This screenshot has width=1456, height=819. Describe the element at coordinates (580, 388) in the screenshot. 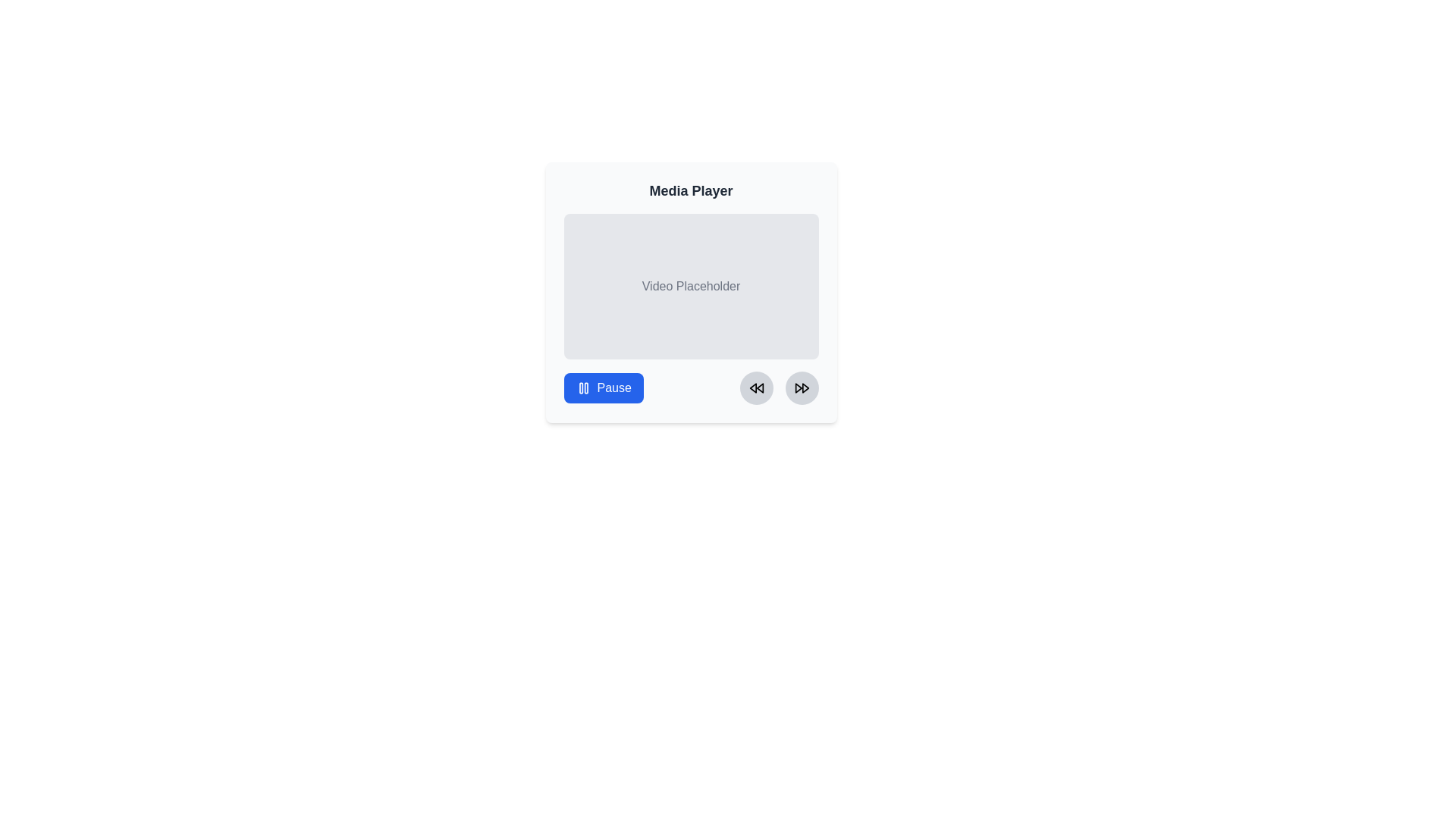

I see `the left vertical bar of the 'pause' icon in the media player controls, which is filled with a neutral color and has rounded corners` at that location.